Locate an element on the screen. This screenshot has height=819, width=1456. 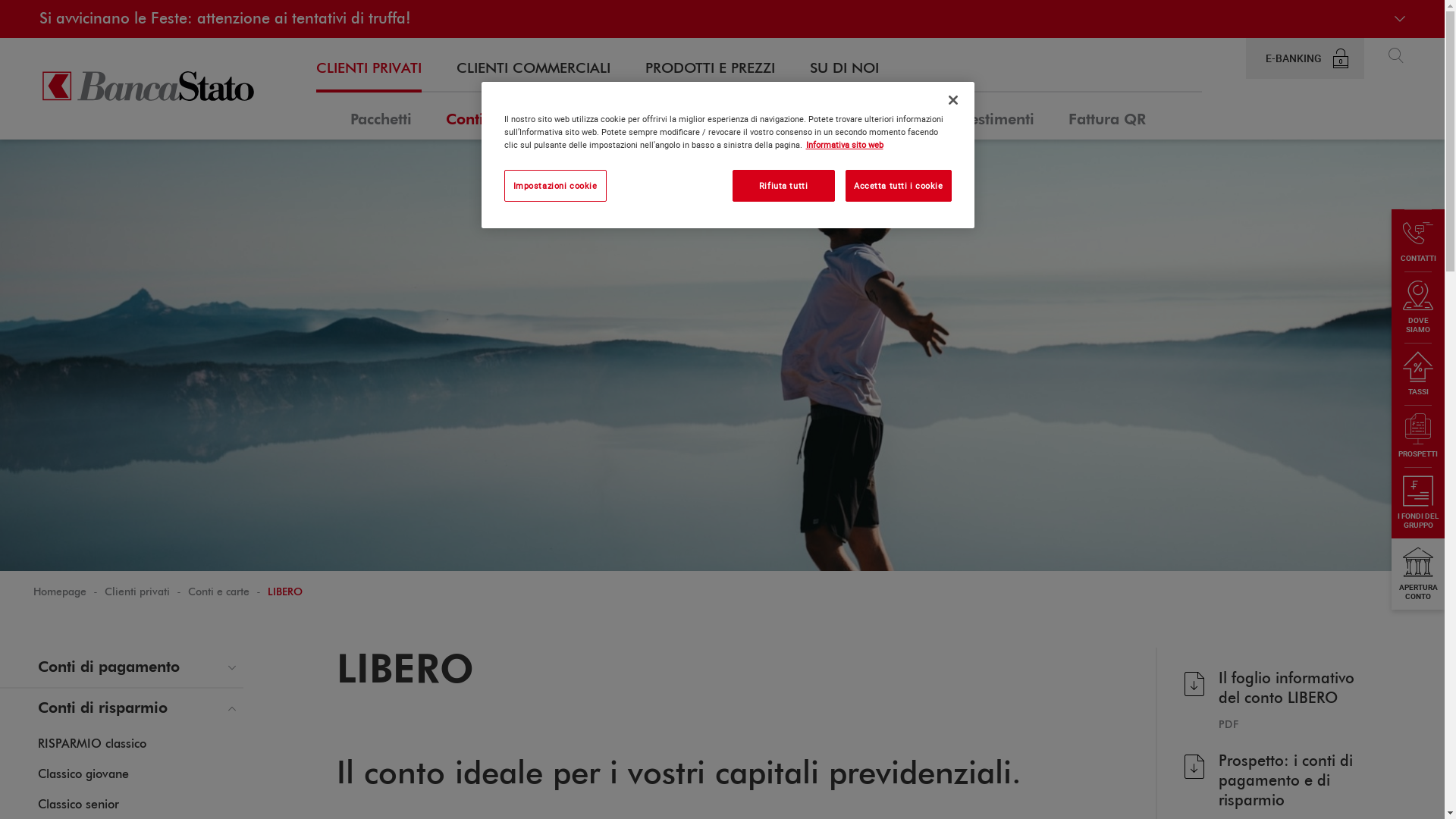
'Rifiuta tutti' is located at coordinates (732, 185).